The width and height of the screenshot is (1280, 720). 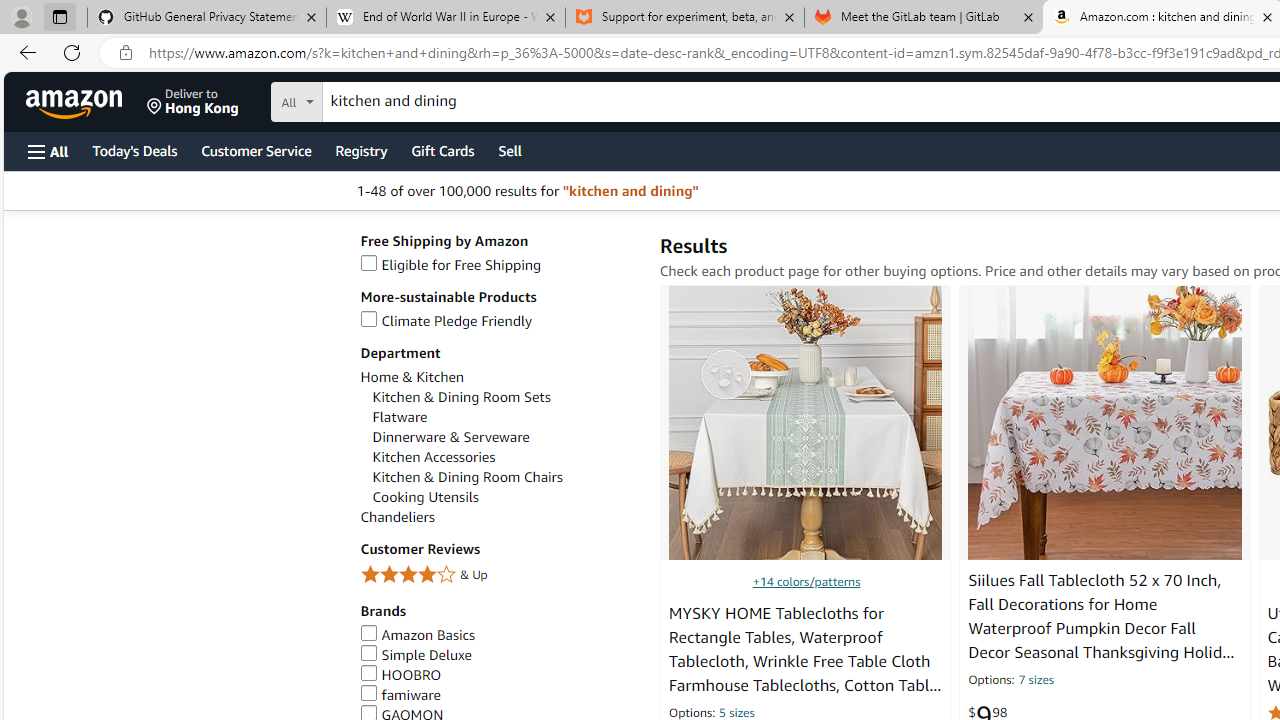 What do you see at coordinates (506, 457) in the screenshot?
I see `'Kitchen Accessories'` at bounding box center [506, 457].